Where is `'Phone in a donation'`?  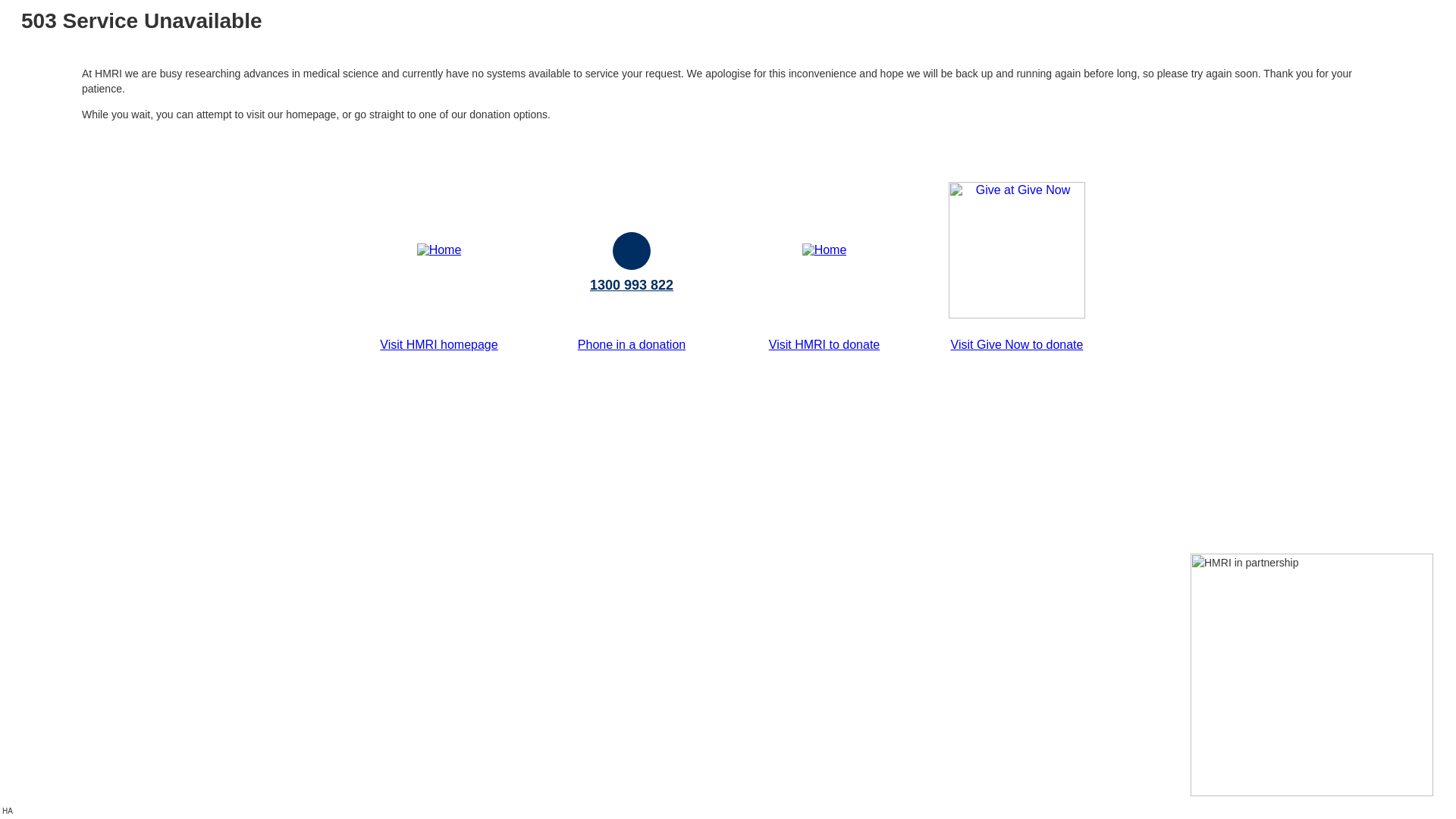
'Phone in a donation' is located at coordinates (632, 344).